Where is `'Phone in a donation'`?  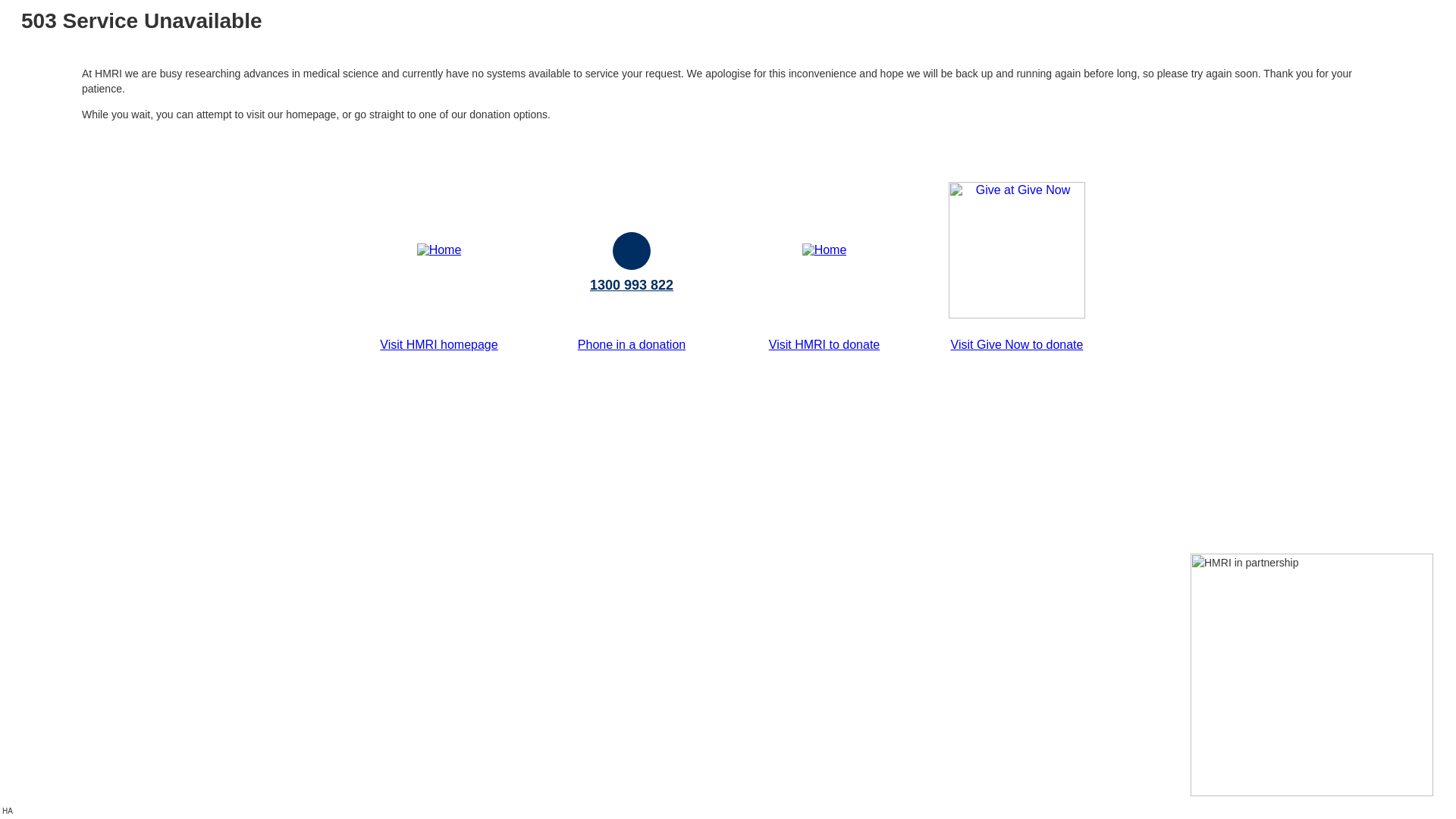
'Phone in a donation' is located at coordinates (632, 344).